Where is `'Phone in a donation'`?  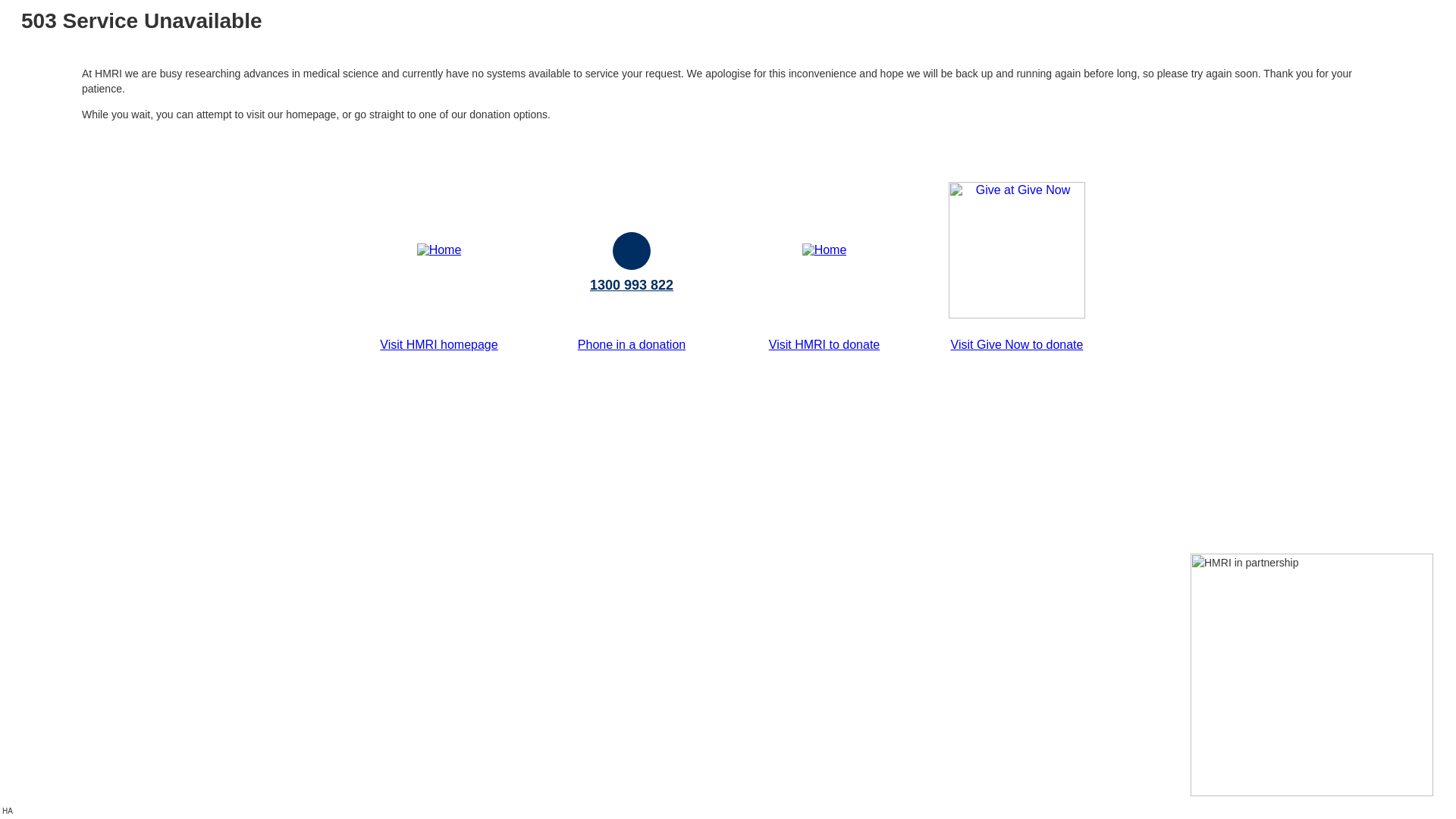
'Phone in a donation' is located at coordinates (632, 344).